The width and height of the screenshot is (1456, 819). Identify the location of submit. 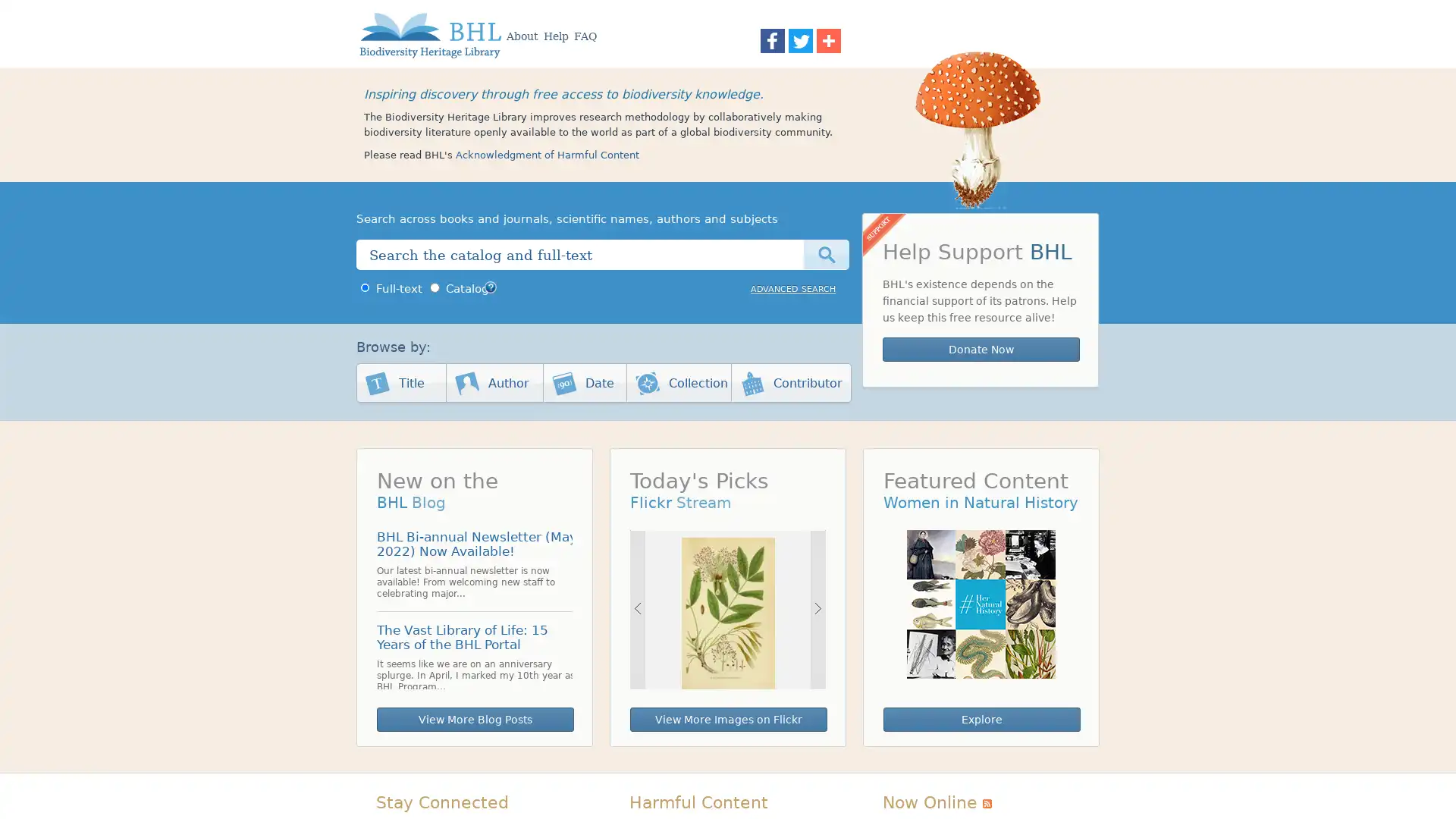
(825, 253).